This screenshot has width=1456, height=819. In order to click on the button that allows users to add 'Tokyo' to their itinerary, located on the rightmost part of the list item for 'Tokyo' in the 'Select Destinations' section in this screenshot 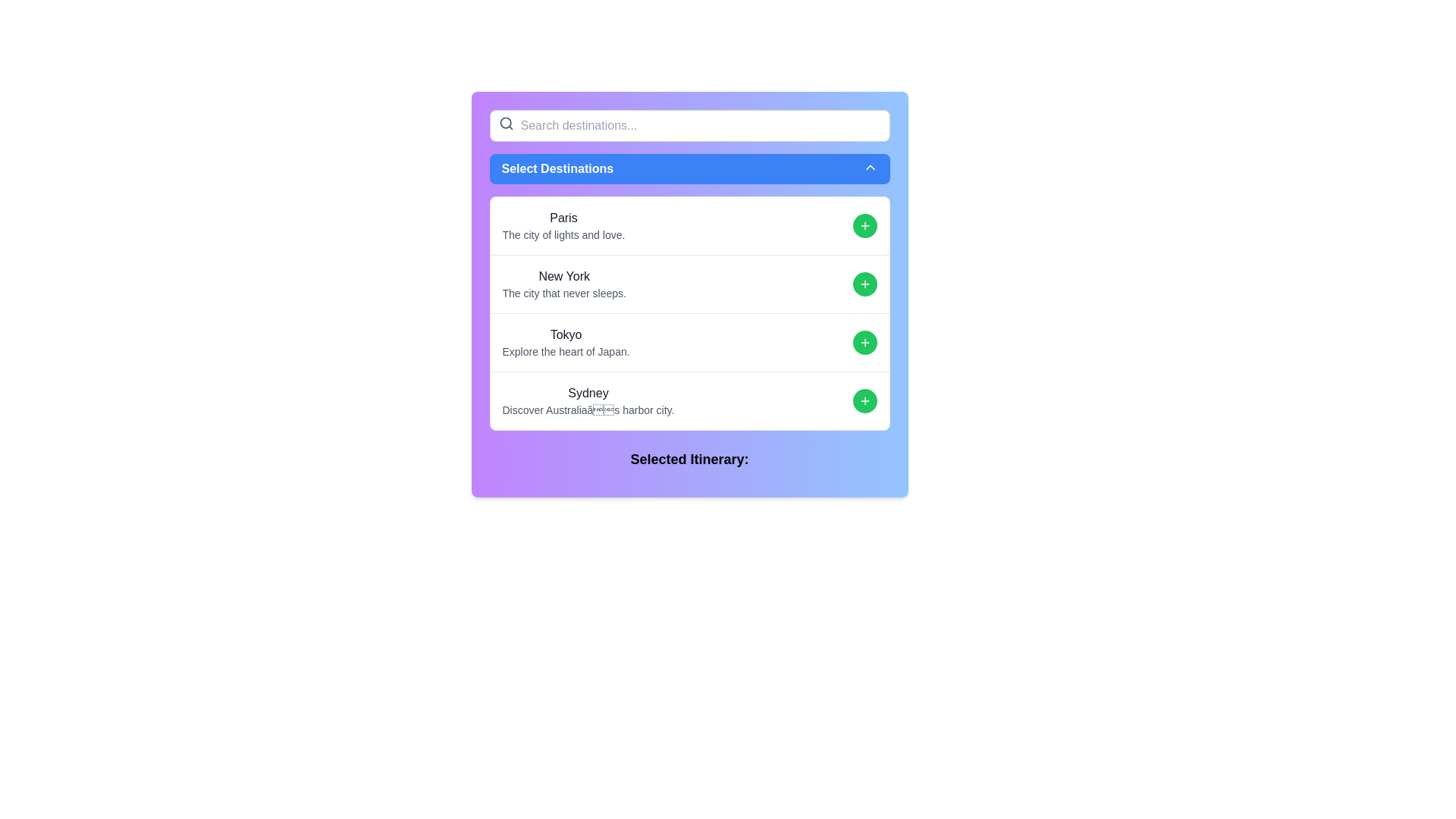, I will do `click(864, 342)`.